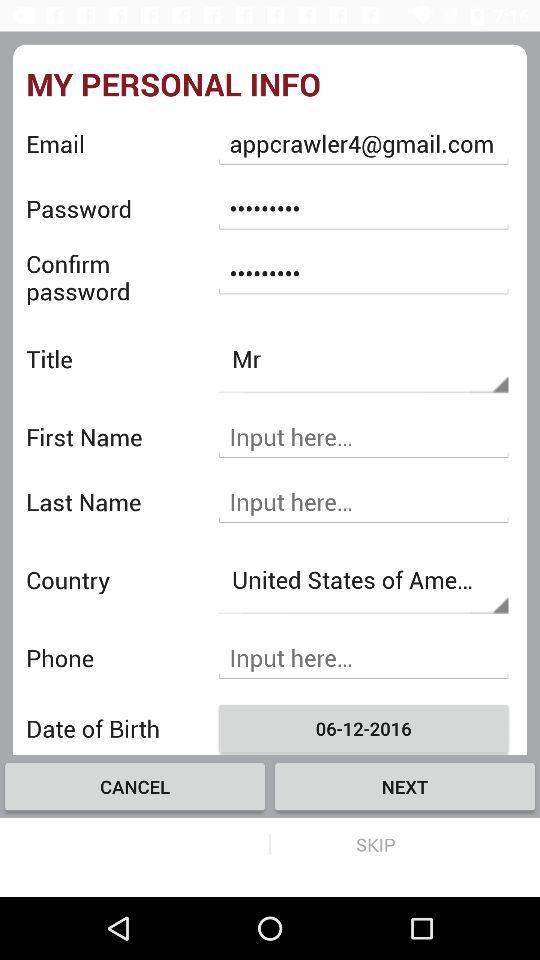  Describe the element at coordinates (362, 501) in the screenshot. I see `last name entry field` at that location.